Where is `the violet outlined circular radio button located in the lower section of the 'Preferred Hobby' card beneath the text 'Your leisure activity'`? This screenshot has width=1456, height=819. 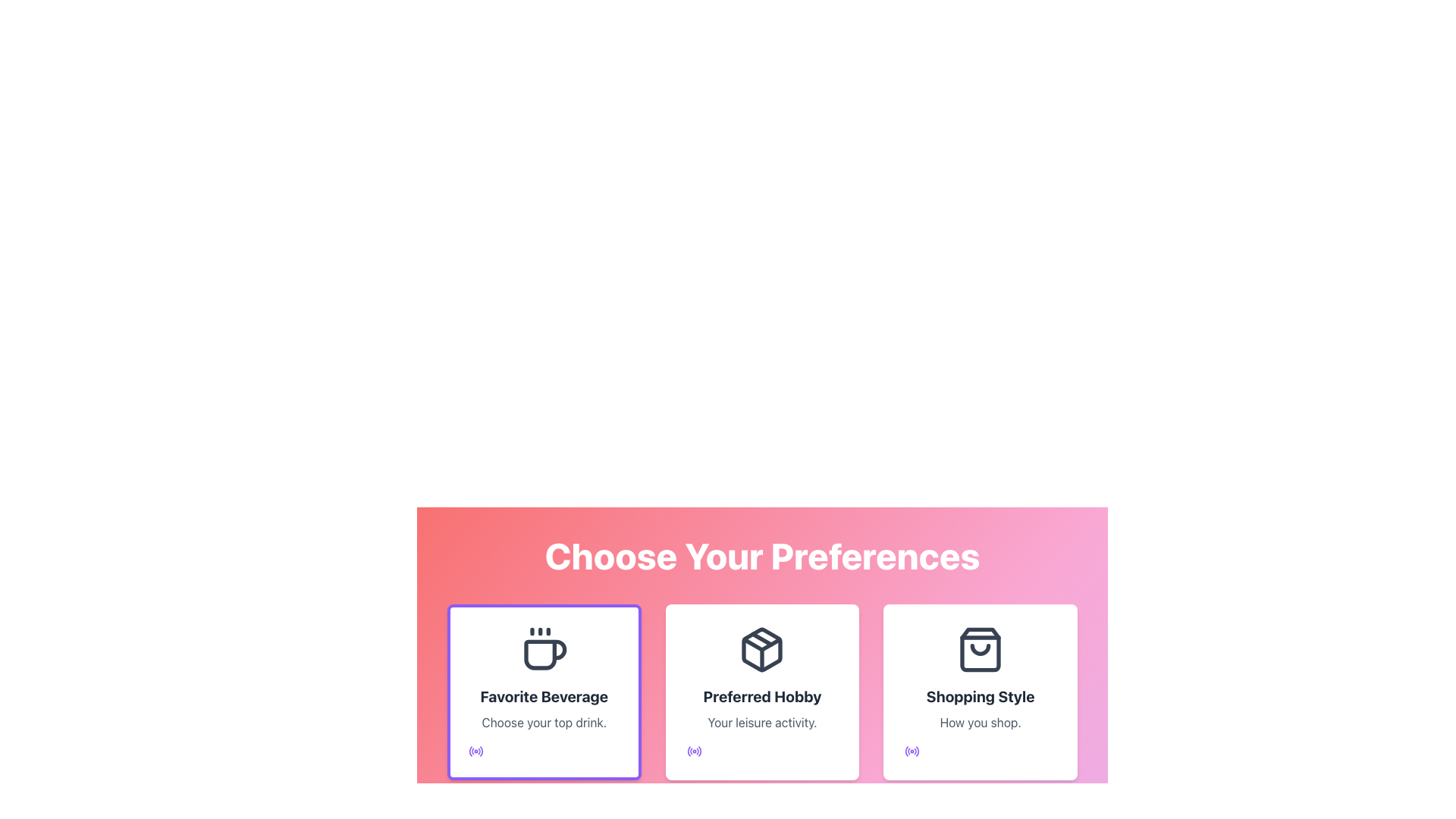
the violet outlined circular radio button located in the lower section of the 'Preferred Hobby' card beneath the text 'Your leisure activity' is located at coordinates (693, 752).